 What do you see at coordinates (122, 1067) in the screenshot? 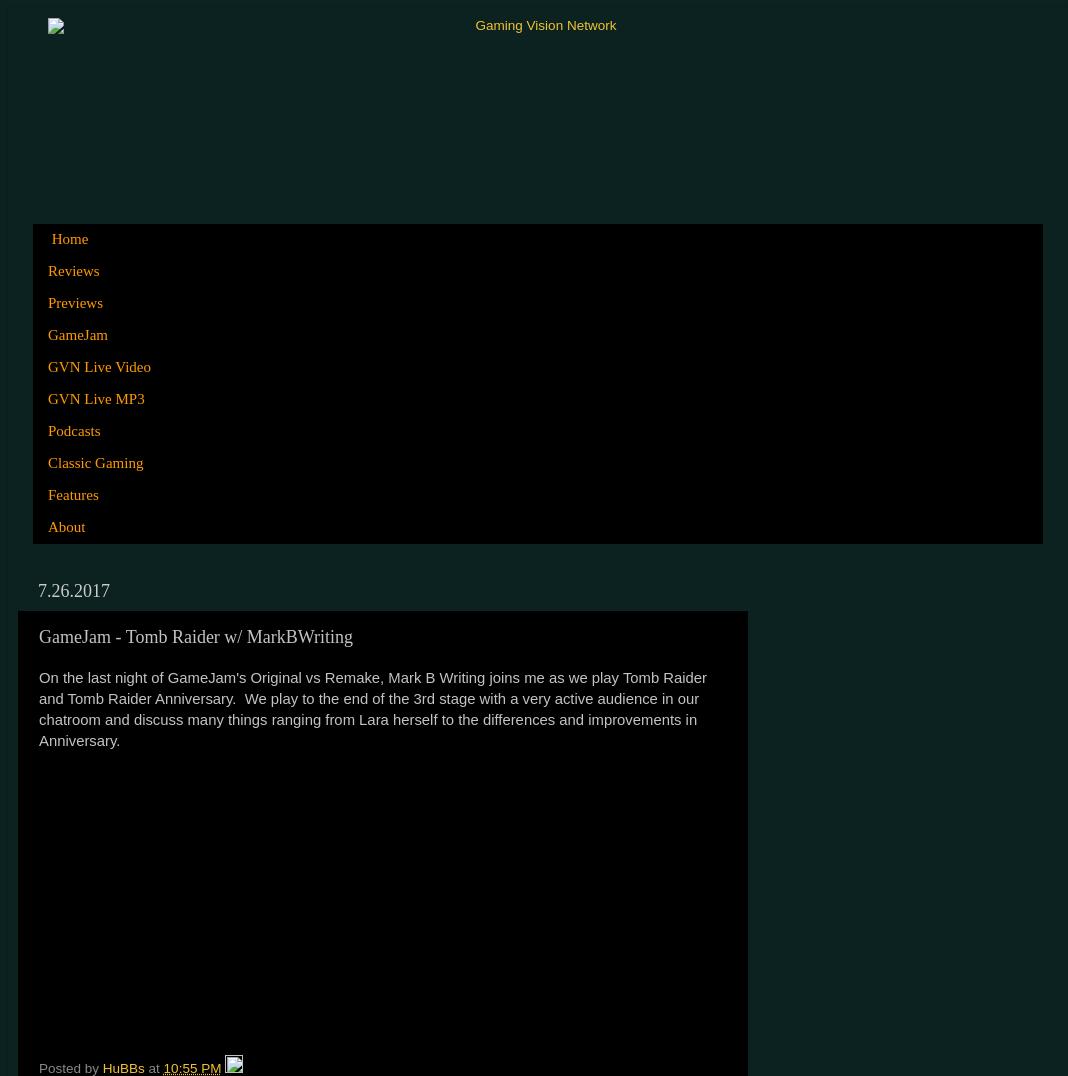
I see `'HuBBs'` at bounding box center [122, 1067].